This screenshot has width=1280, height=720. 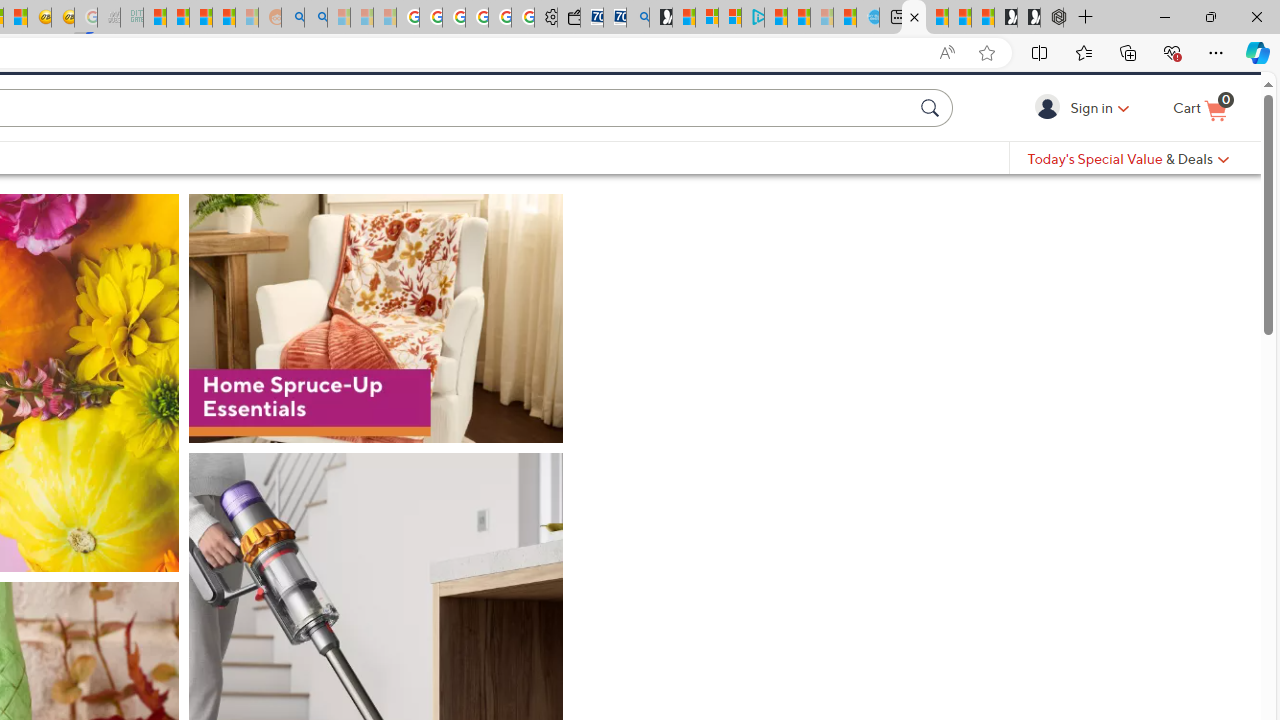 I want to click on 'Sign in', so click(x=1049, y=140).